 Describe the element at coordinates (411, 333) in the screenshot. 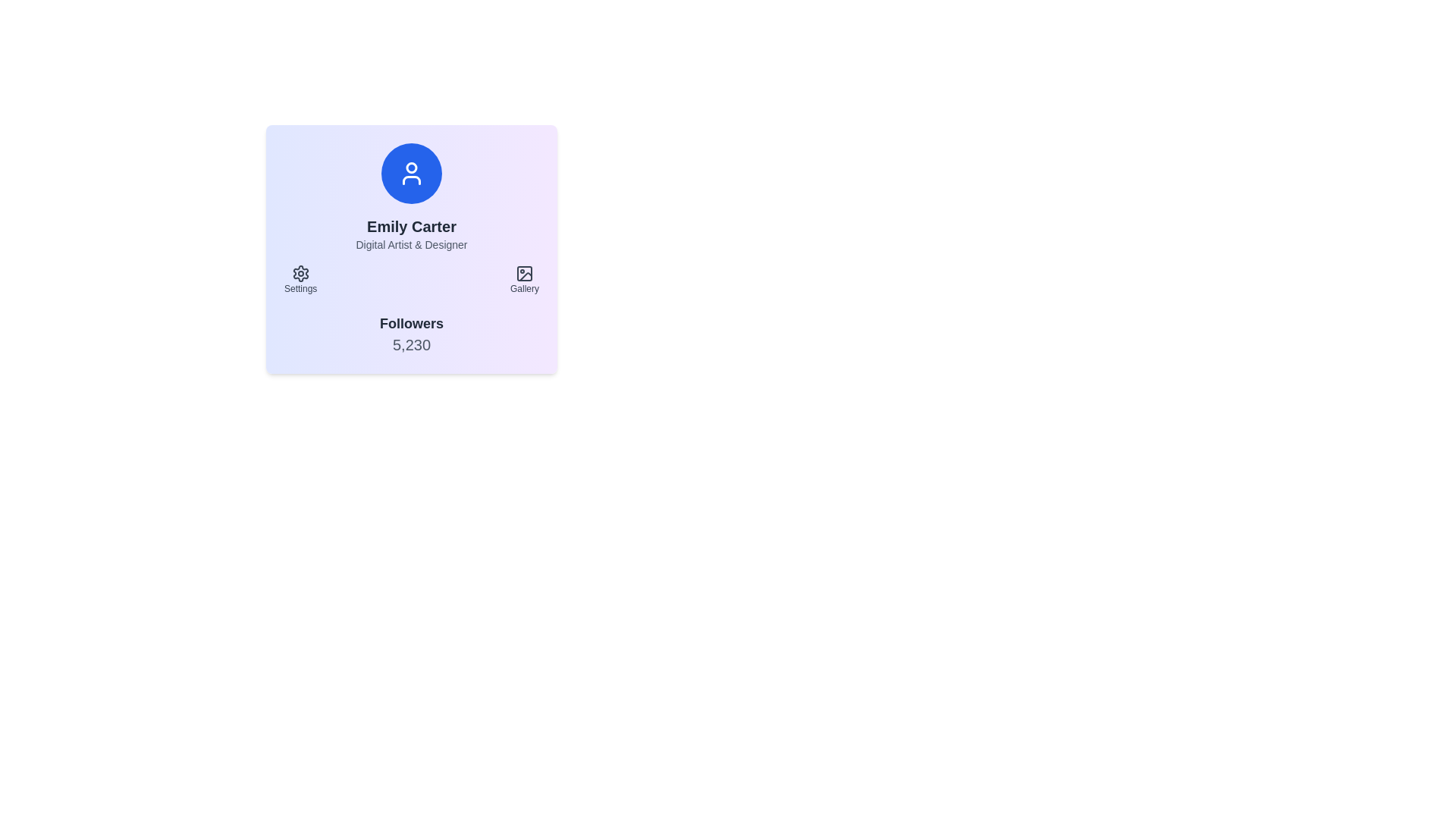

I see `the text display element that shows the number of followers on the profile card, located at the bottom section below 'Settings' and 'Gallery'` at that location.